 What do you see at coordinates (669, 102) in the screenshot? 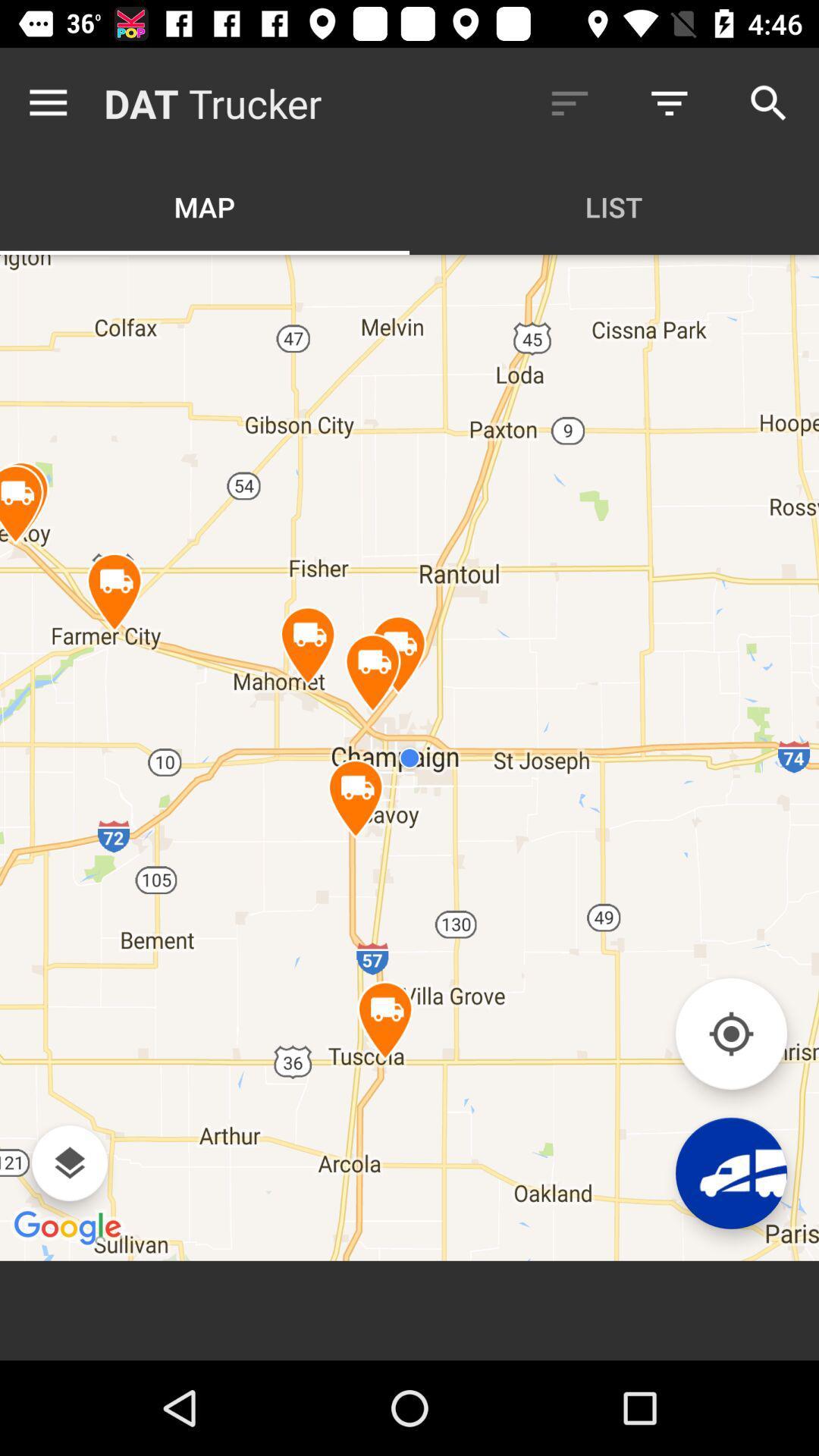
I see `the item above the list` at bounding box center [669, 102].